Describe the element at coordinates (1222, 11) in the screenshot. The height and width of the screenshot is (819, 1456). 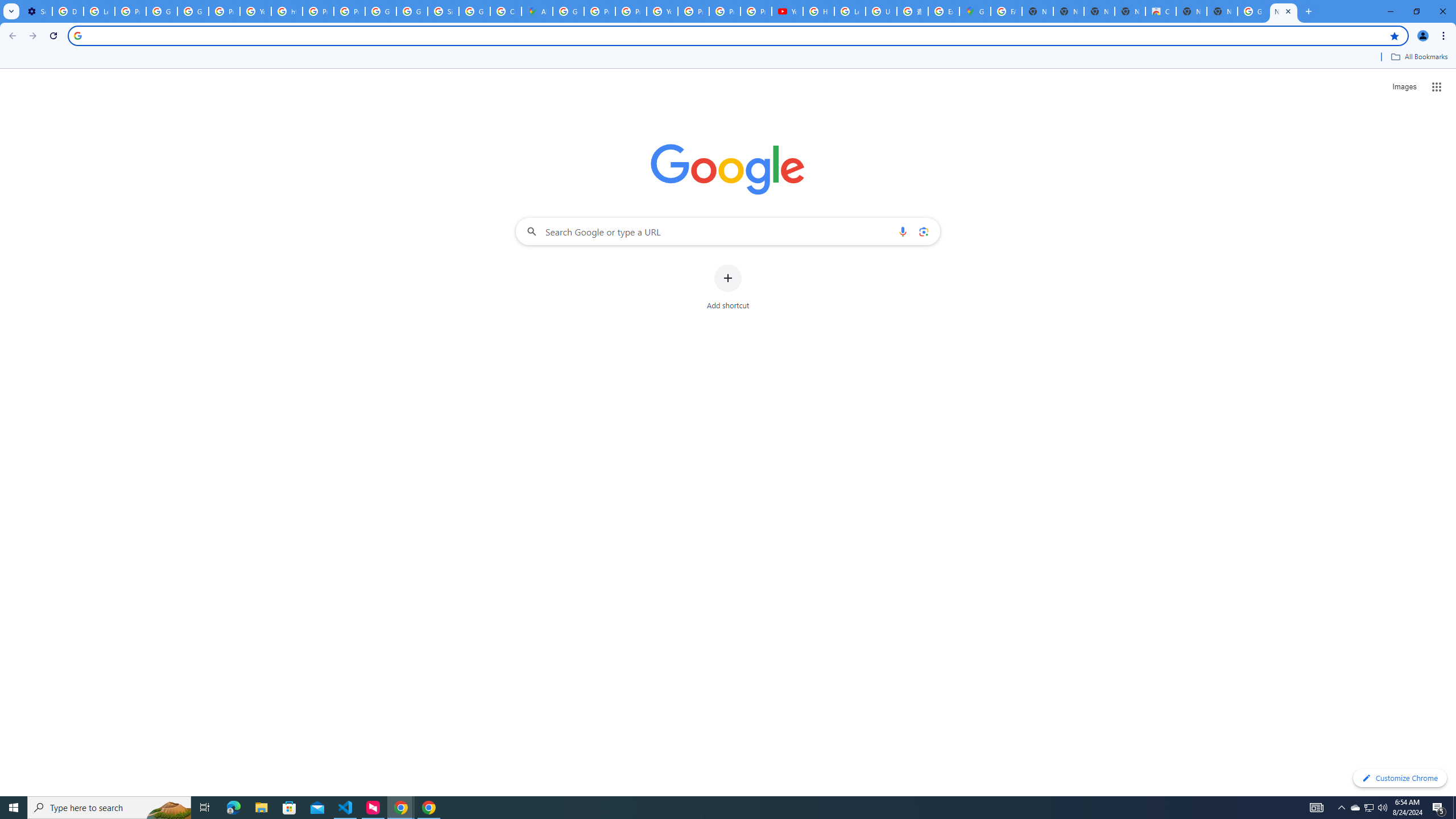
I see `'New Tab'` at that location.